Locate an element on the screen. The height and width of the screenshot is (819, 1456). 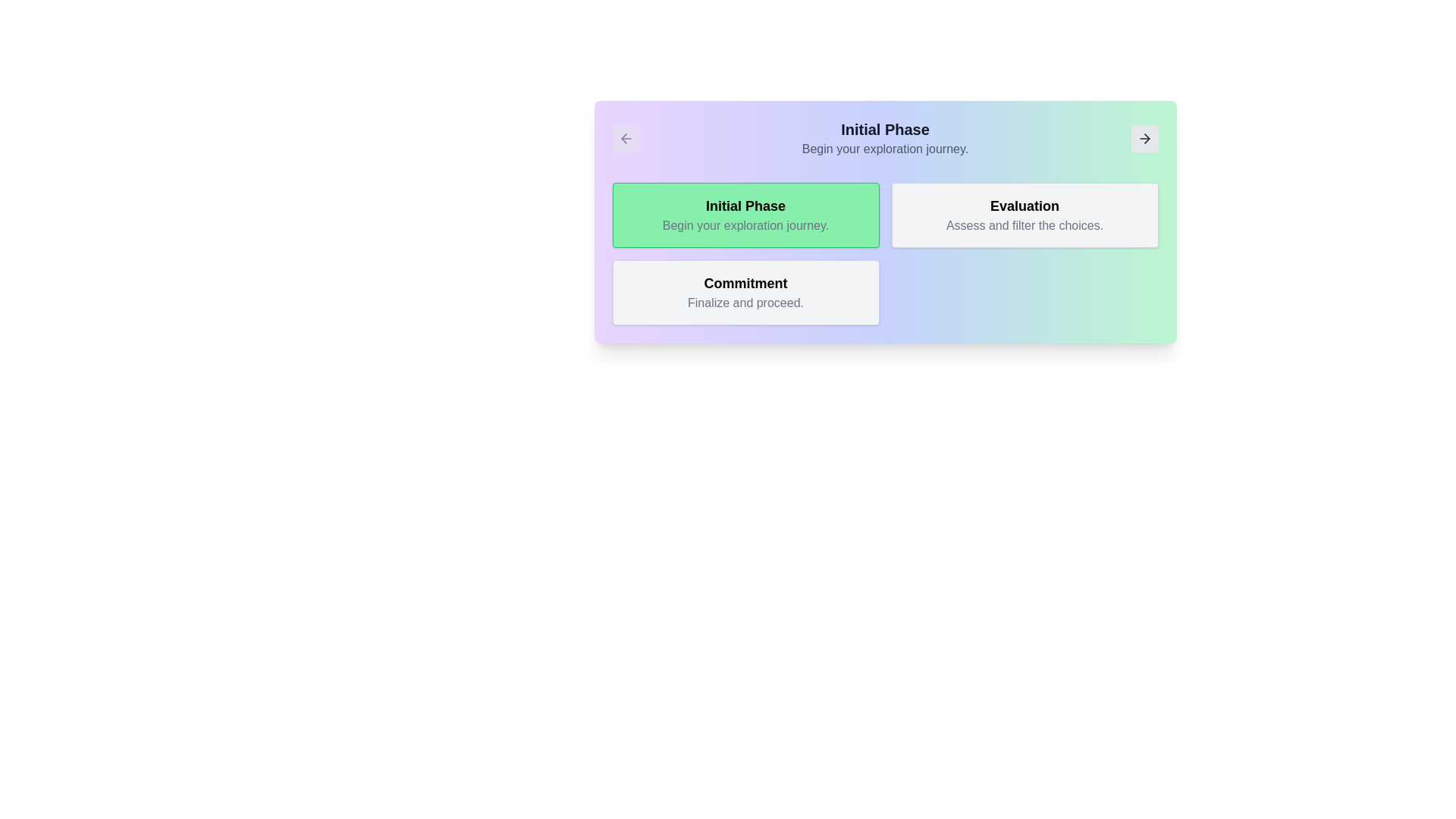
static text label located within the 'Commitment' card, positioned beneath the title text and centered horizontally is located at coordinates (745, 303).